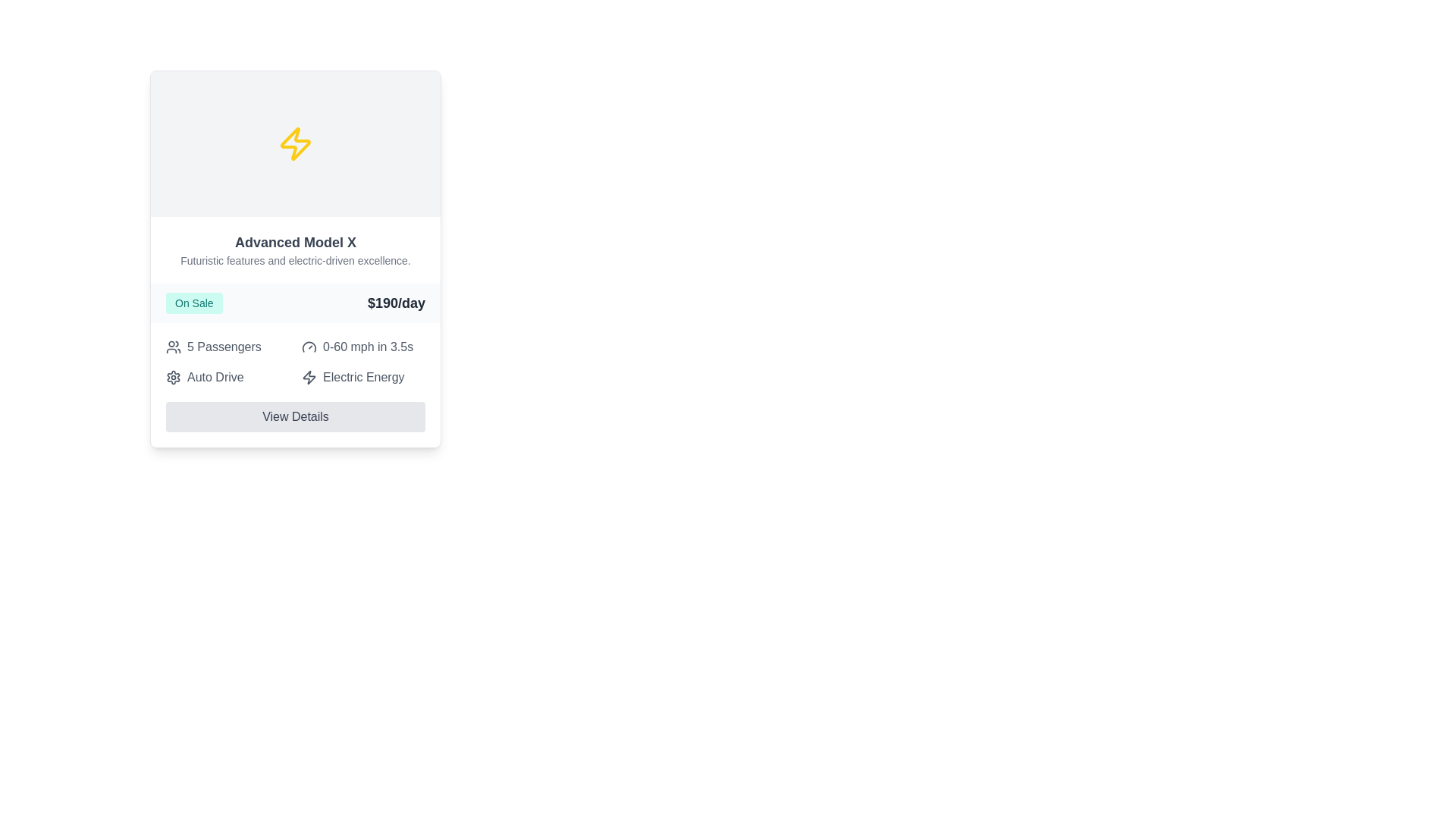 The height and width of the screenshot is (819, 1456). I want to click on the SVG arc element that symbolizes performance or efficiency, located at the bottom part of the SVG graphic centered above the textual content of the card, so click(309, 346).